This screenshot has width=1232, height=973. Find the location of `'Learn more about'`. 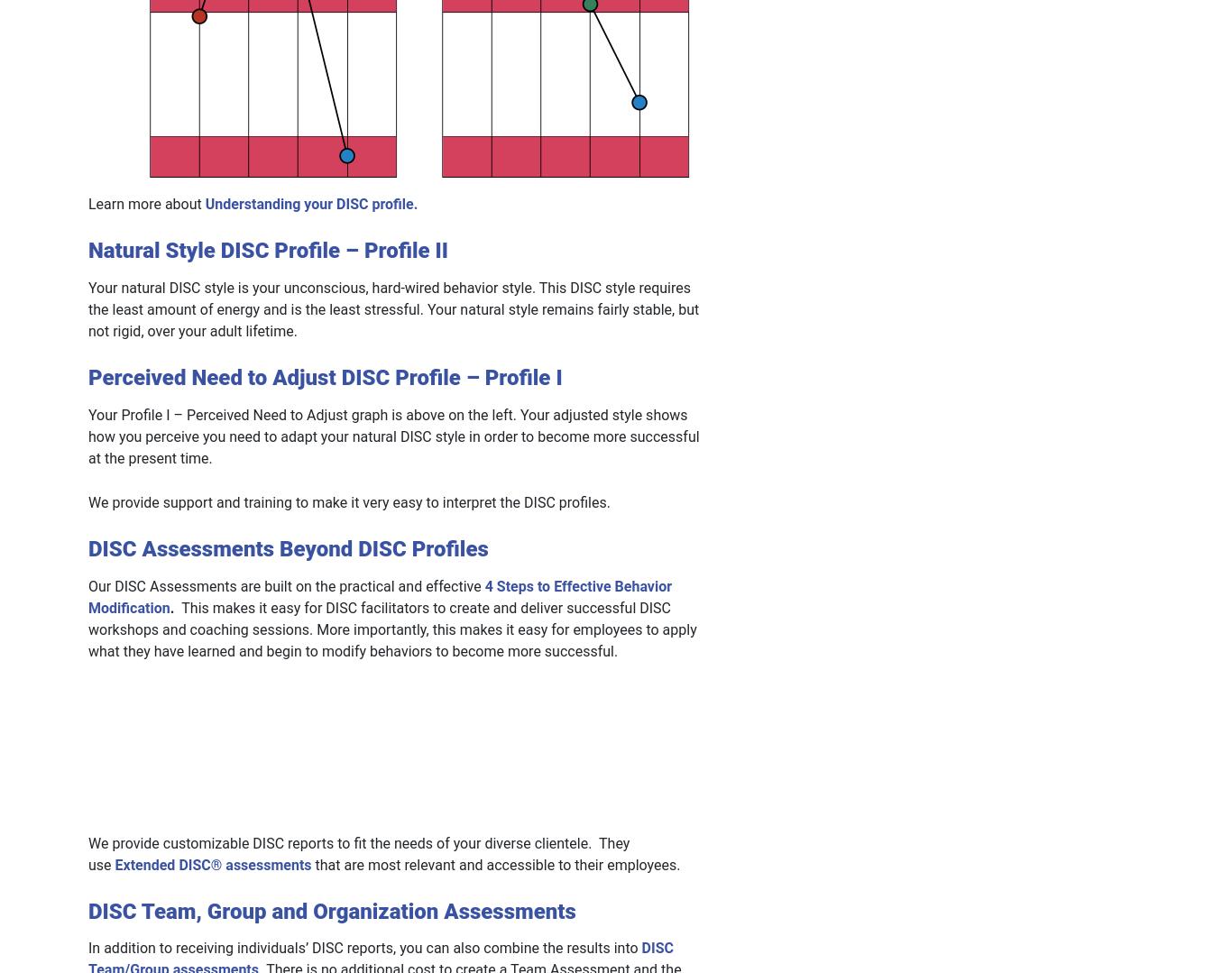

'Learn more about' is located at coordinates (145, 203).